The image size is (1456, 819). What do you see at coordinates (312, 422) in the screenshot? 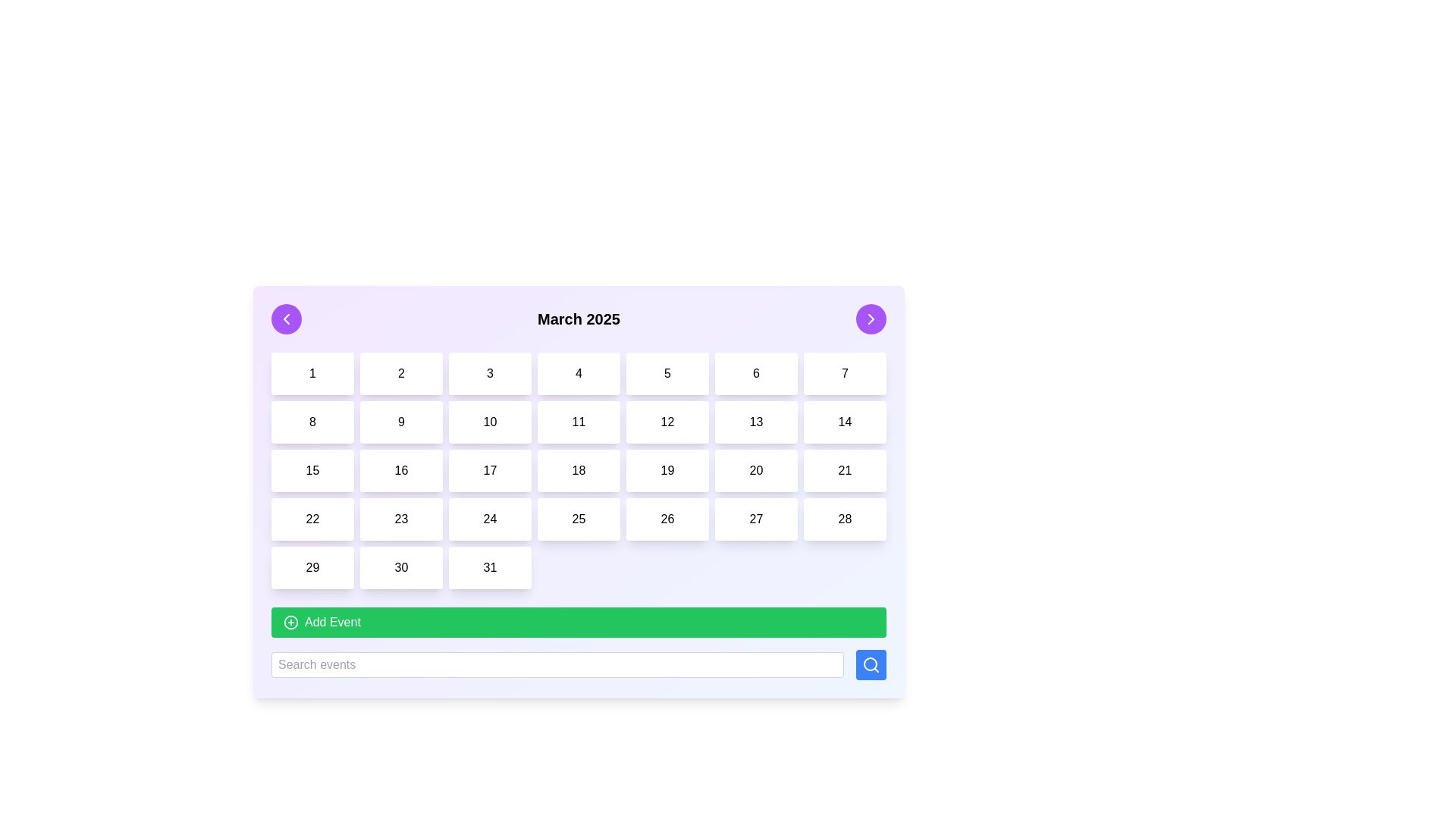
I see `the text label representing the 8th day in the calendar view, which is located in the second row and first column of the grid layout` at bounding box center [312, 422].